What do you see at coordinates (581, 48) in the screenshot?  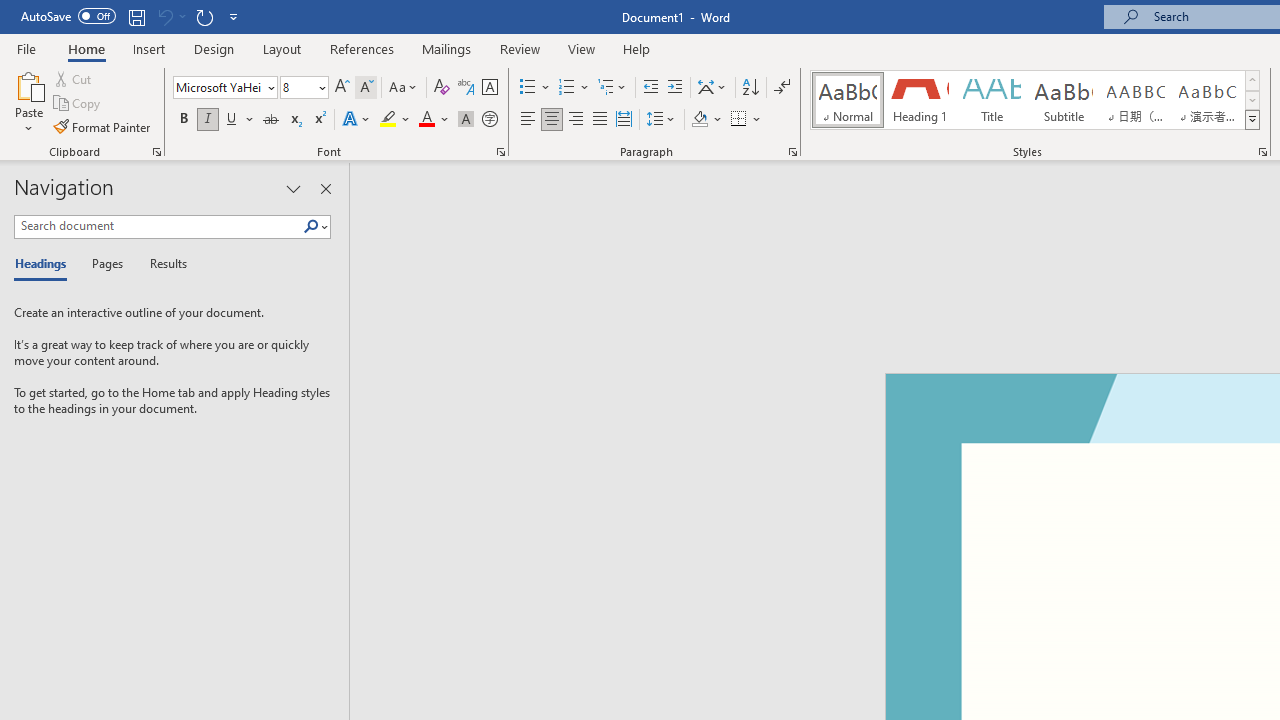 I see `'View'` at bounding box center [581, 48].